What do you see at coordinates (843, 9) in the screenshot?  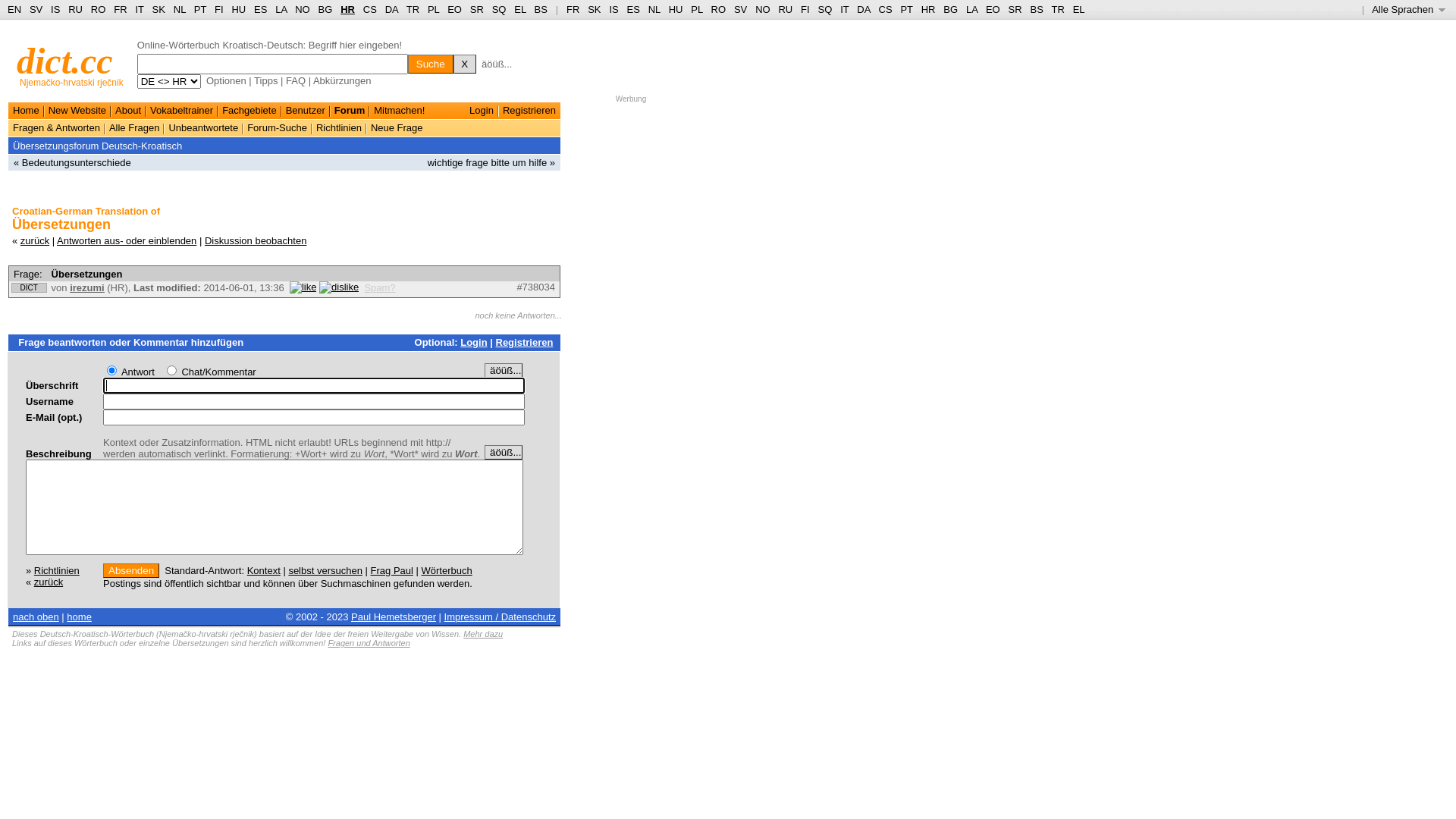 I see `'IT'` at bounding box center [843, 9].